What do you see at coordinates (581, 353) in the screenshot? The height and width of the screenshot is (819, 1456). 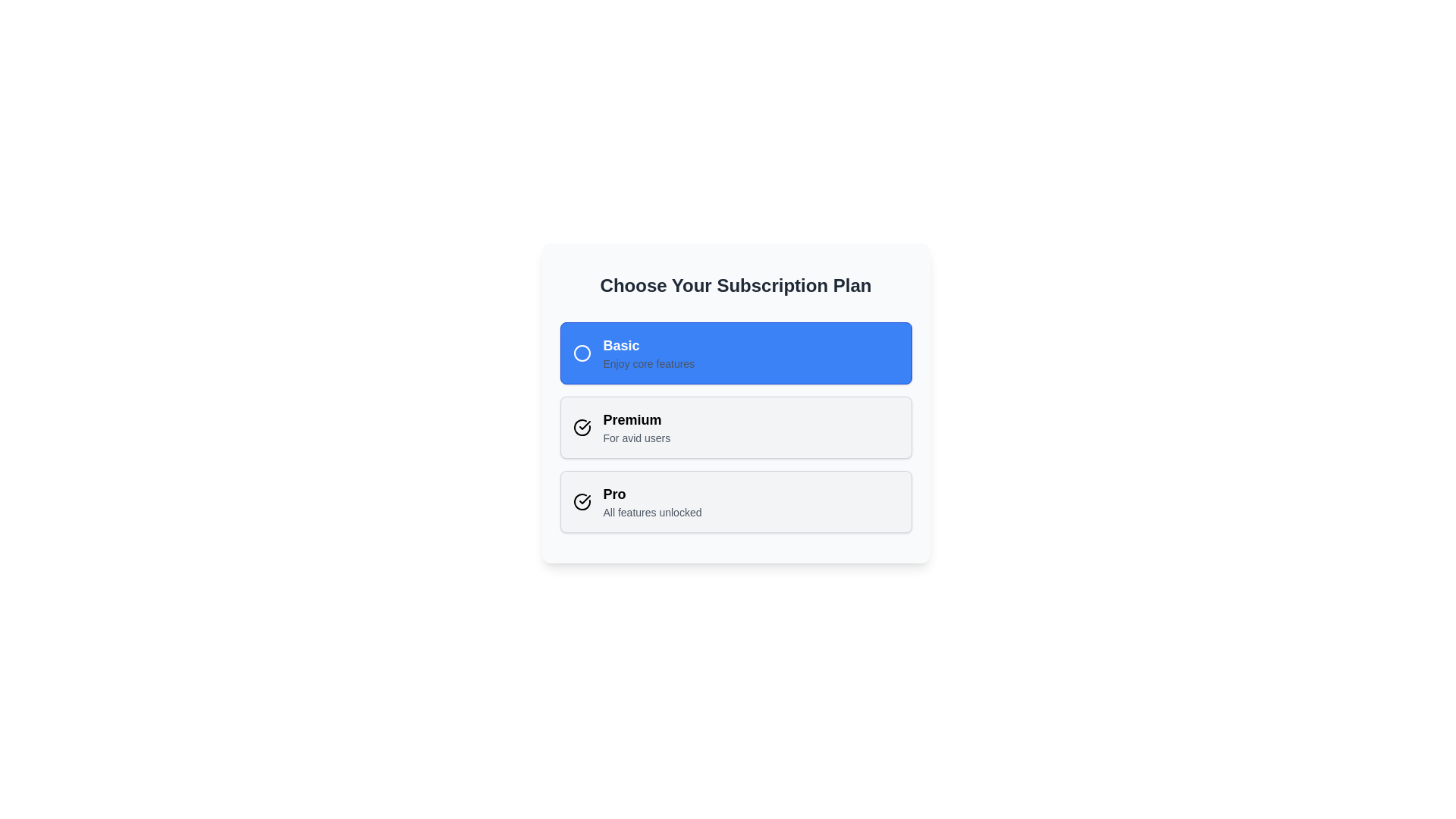 I see `the visual indicator for the 'Basic' subscription plan, which is the leftmost item in the first subscription option` at bounding box center [581, 353].